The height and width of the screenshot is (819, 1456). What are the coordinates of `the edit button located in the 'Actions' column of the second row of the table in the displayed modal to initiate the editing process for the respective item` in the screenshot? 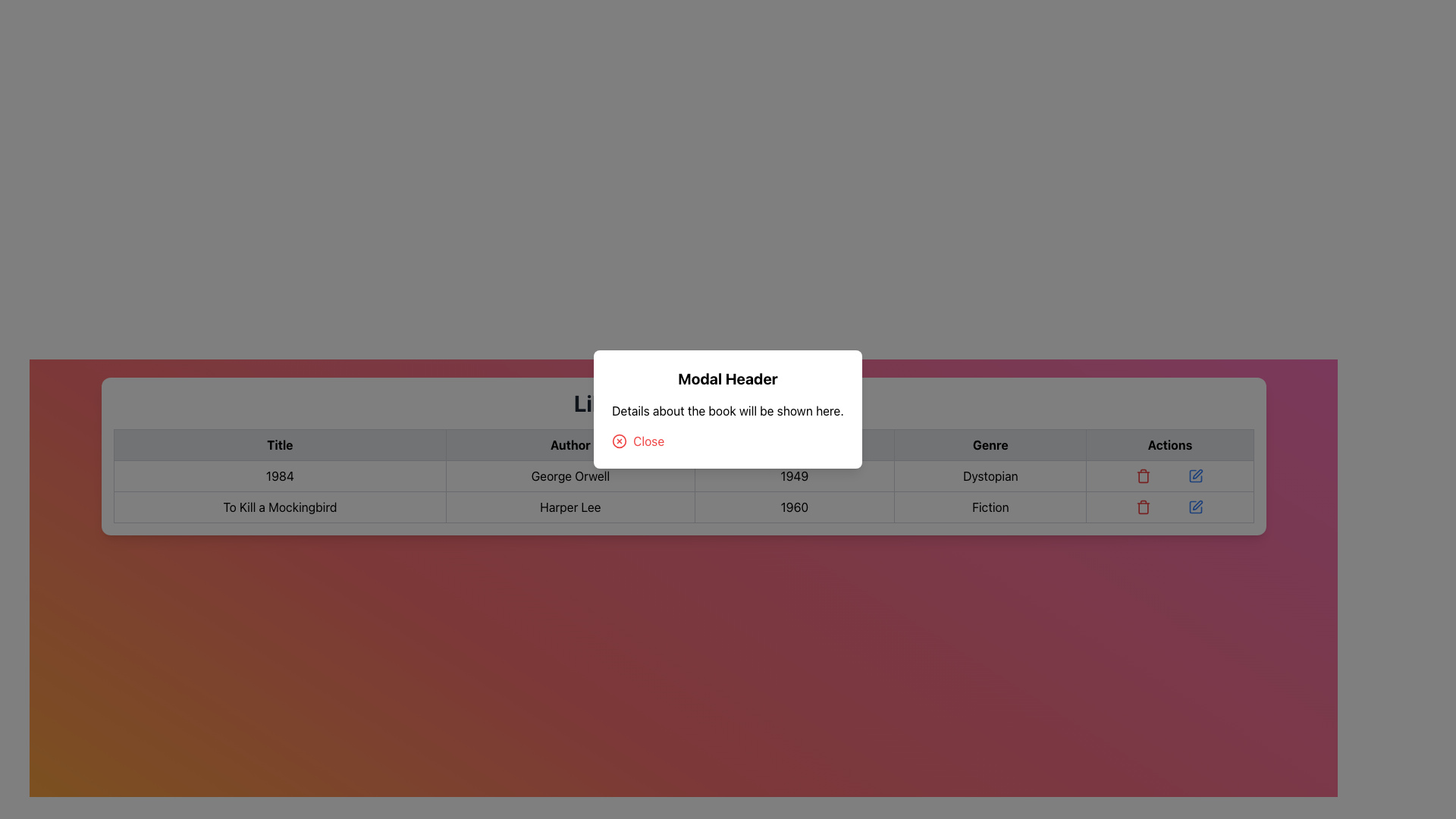 It's located at (1195, 507).